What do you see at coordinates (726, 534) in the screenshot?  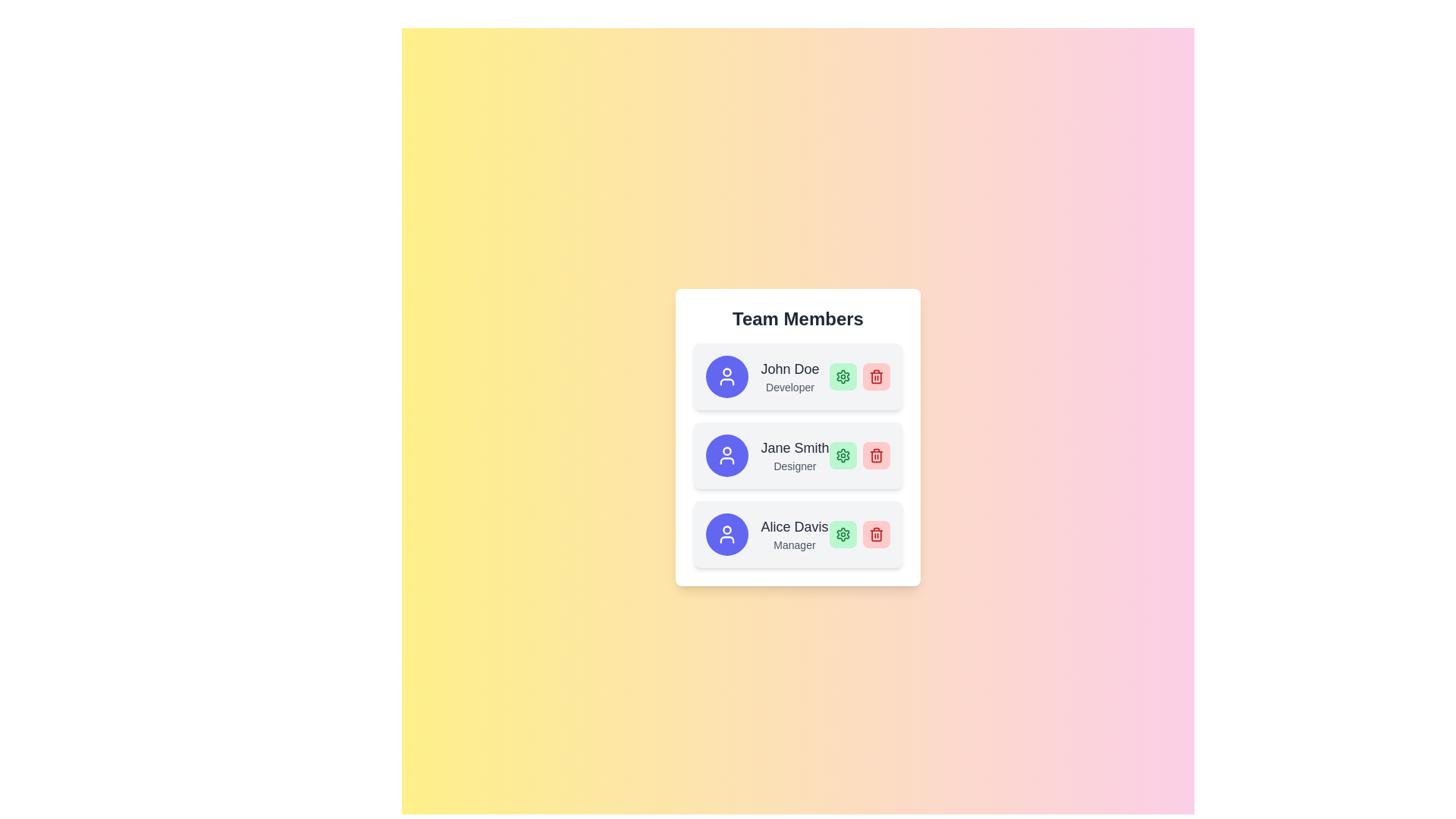 I see `Circular Avatar Icon representing team member 'Alice Davis', which is located on the left side of the third team member card in a vertical list` at bounding box center [726, 534].